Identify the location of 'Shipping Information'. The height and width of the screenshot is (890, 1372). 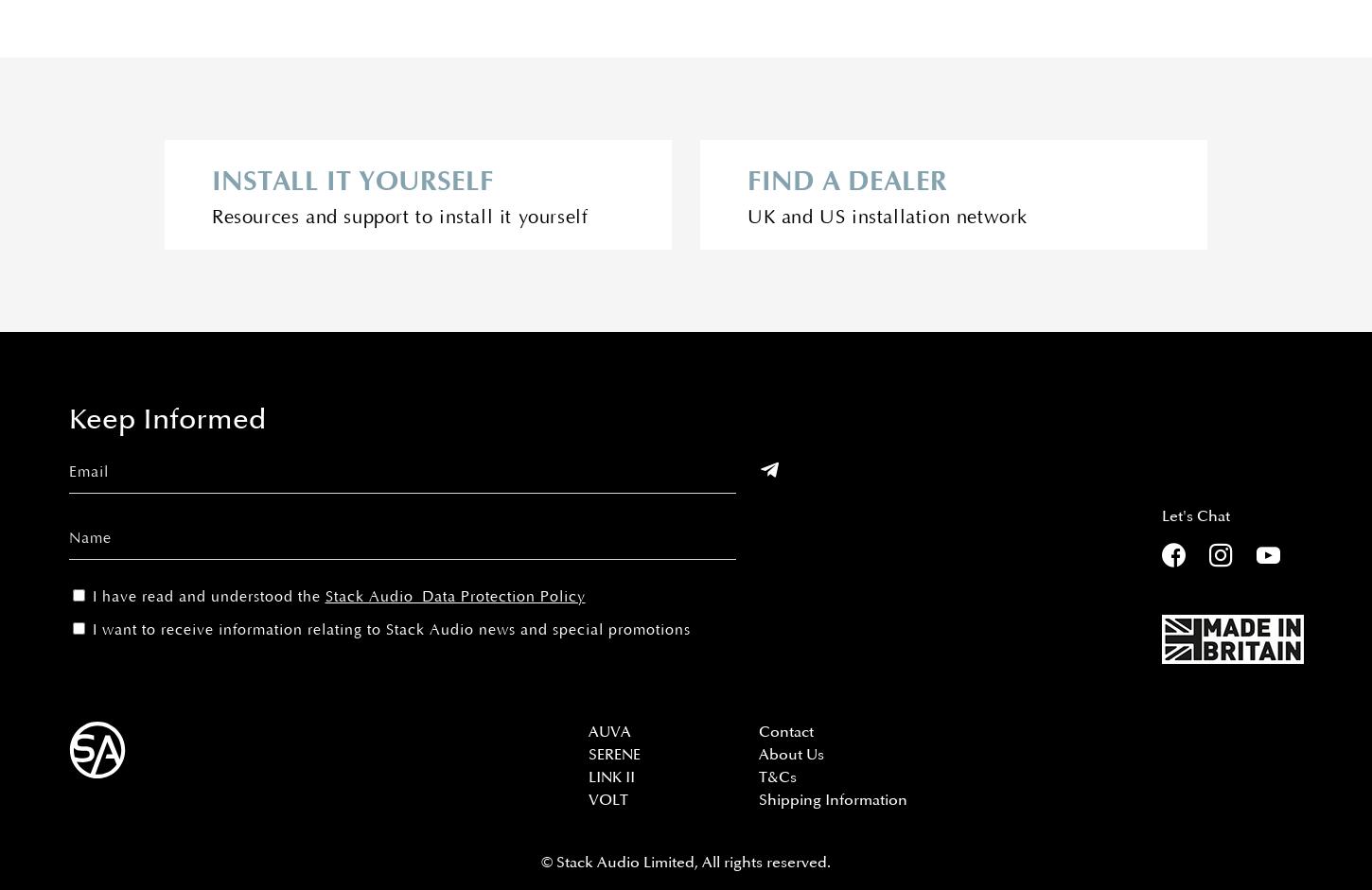
(832, 798).